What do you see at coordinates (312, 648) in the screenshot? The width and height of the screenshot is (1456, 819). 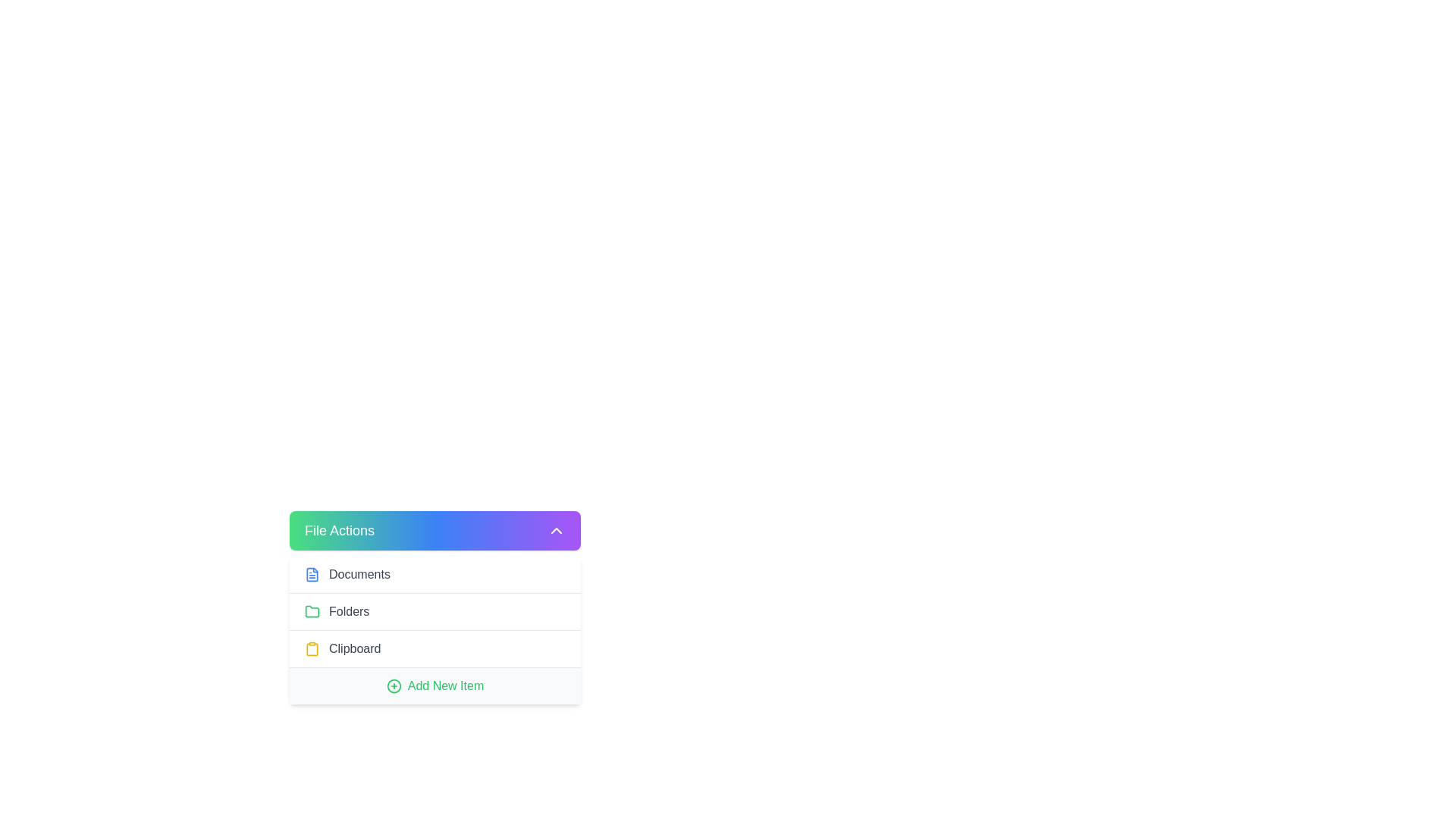 I see `the clipboard icon in the 'File Actions' dropdown menu, which is styled with a yellow outline and positioned next to the 'Clipboard' label` at bounding box center [312, 648].